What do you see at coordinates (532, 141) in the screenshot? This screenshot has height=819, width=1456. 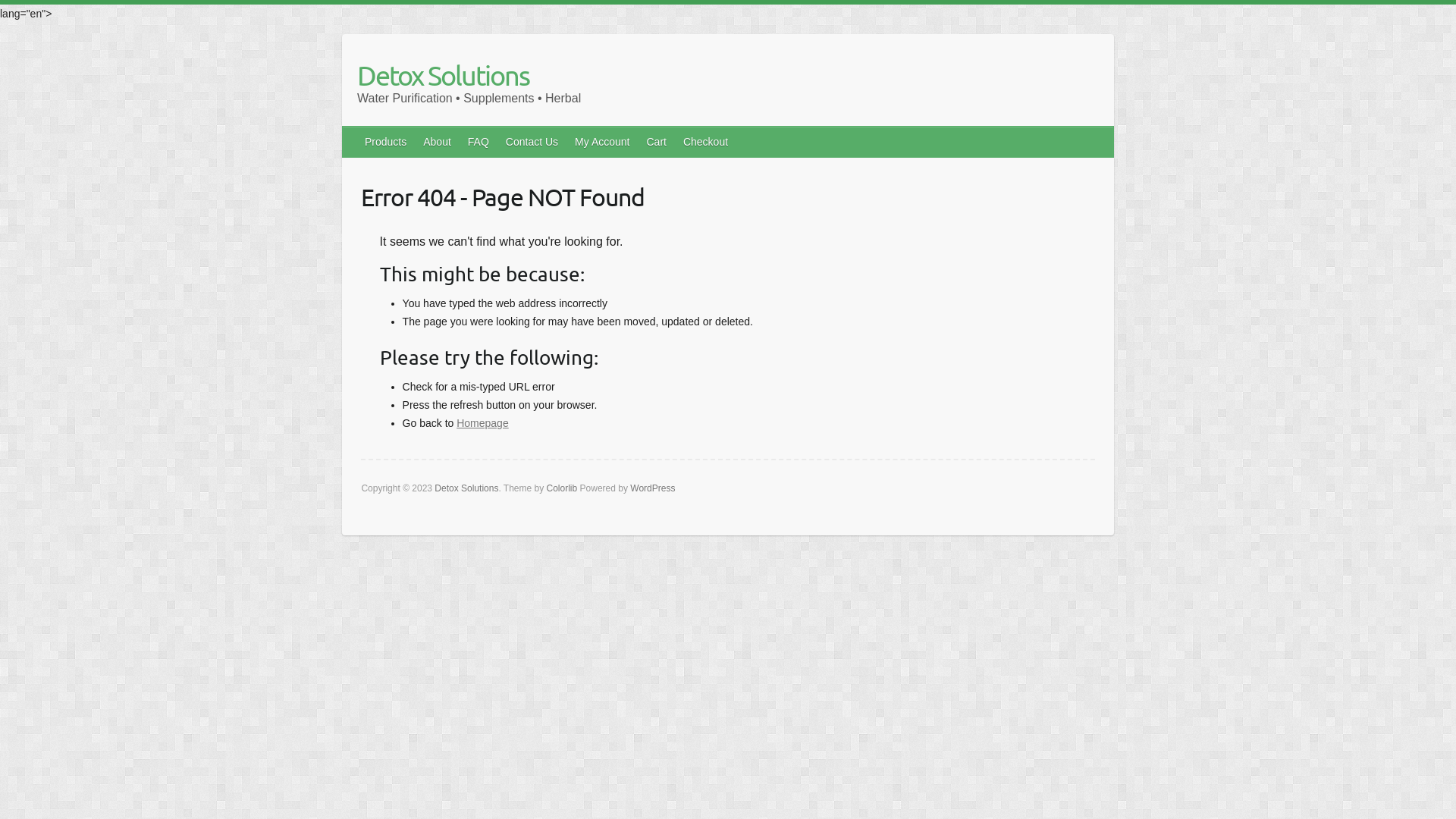 I see `'Contact Us'` at bounding box center [532, 141].